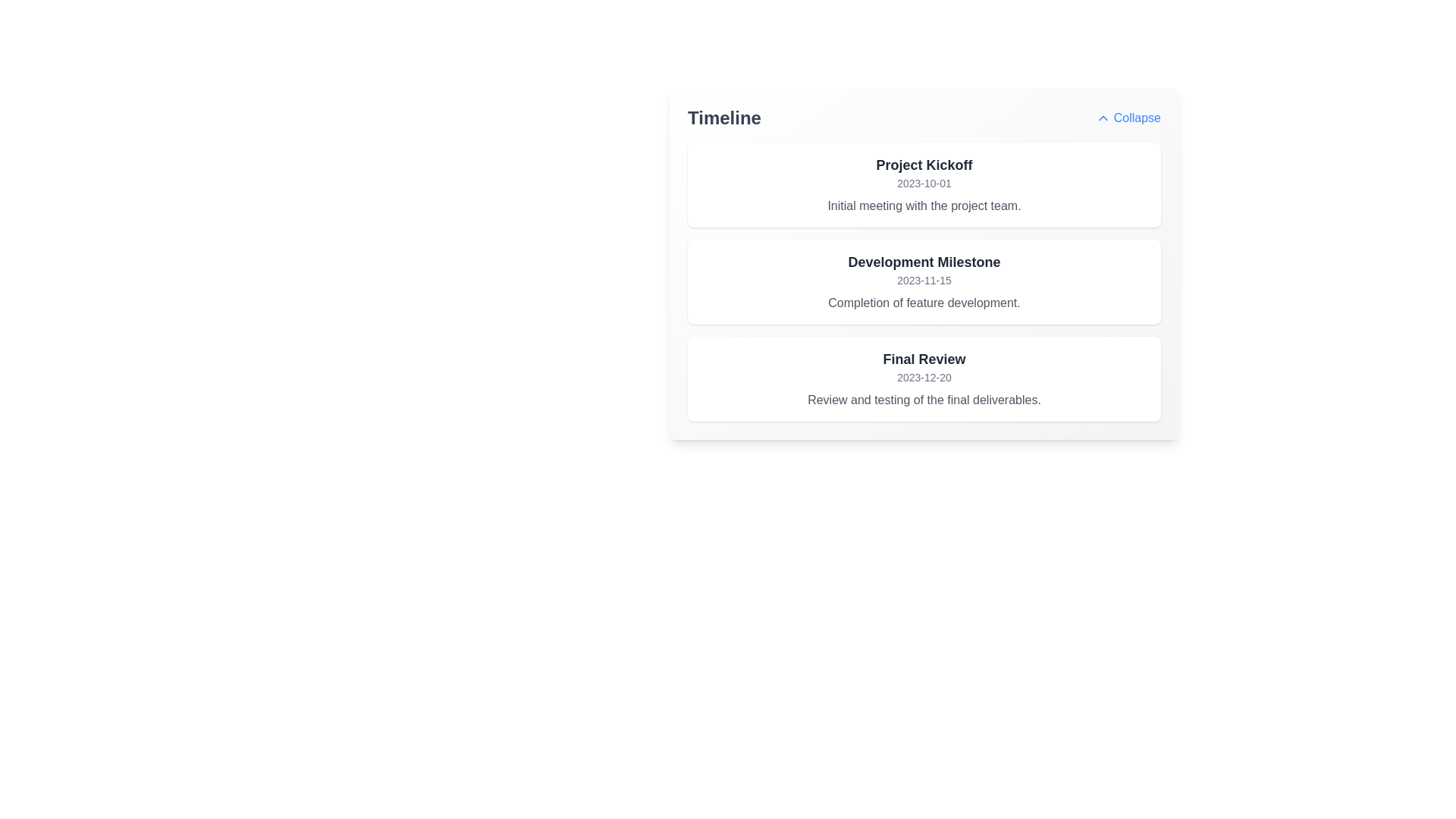 Image resolution: width=1456 pixels, height=819 pixels. What do you see at coordinates (924, 262) in the screenshot?
I see `the Text label that serves as a title for a milestone entry in the timeline interface, located within the card layout under the 'Timeline' section` at bounding box center [924, 262].